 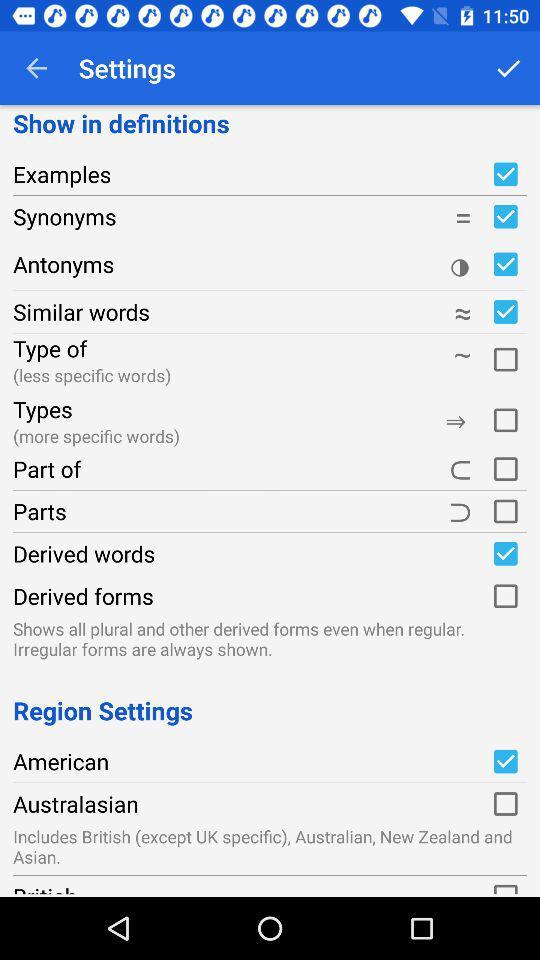 What do you see at coordinates (504, 804) in the screenshot?
I see `checkbox` at bounding box center [504, 804].